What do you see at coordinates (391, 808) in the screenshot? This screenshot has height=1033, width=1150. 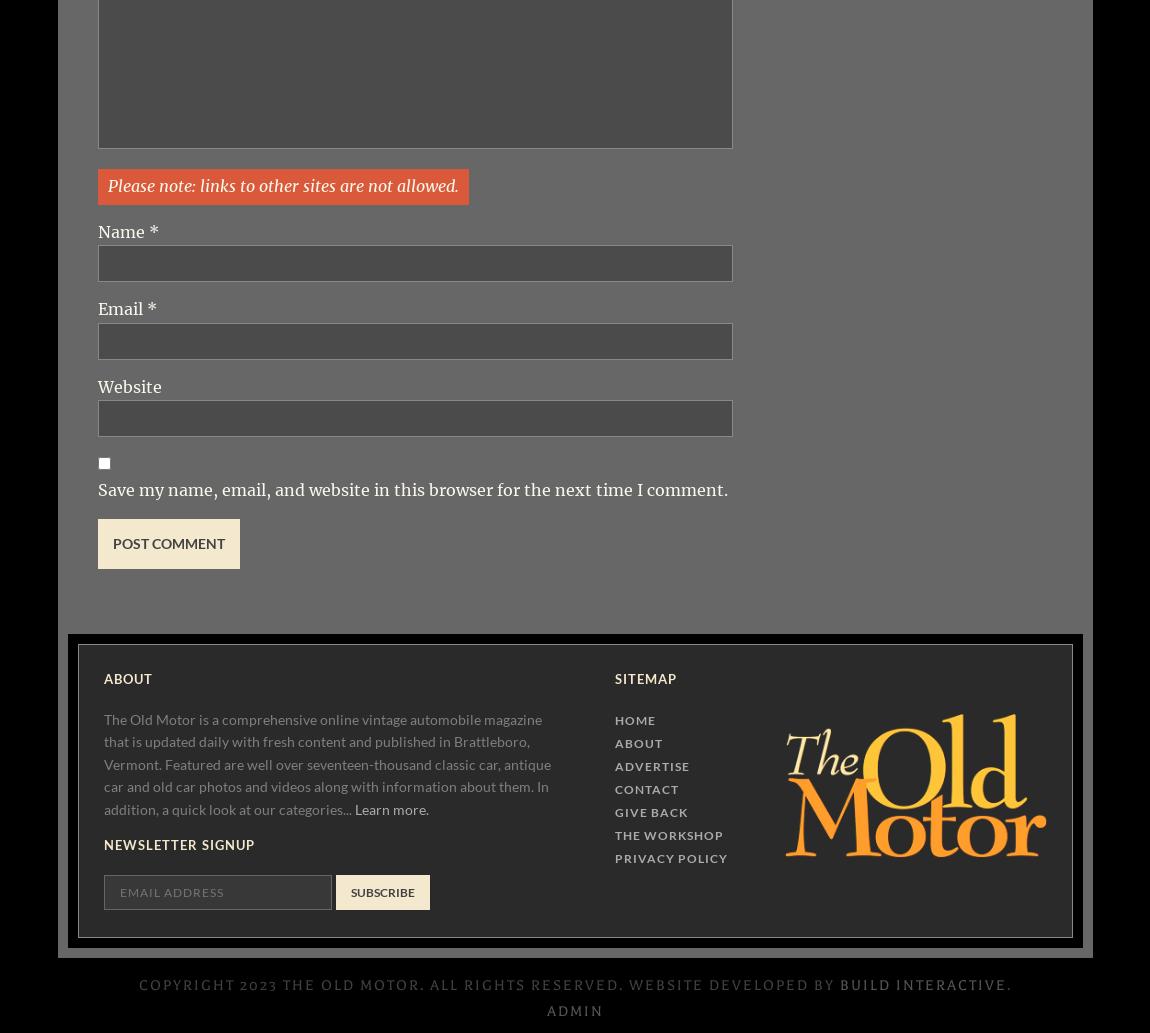 I see `'Learn more.'` at bounding box center [391, 808].